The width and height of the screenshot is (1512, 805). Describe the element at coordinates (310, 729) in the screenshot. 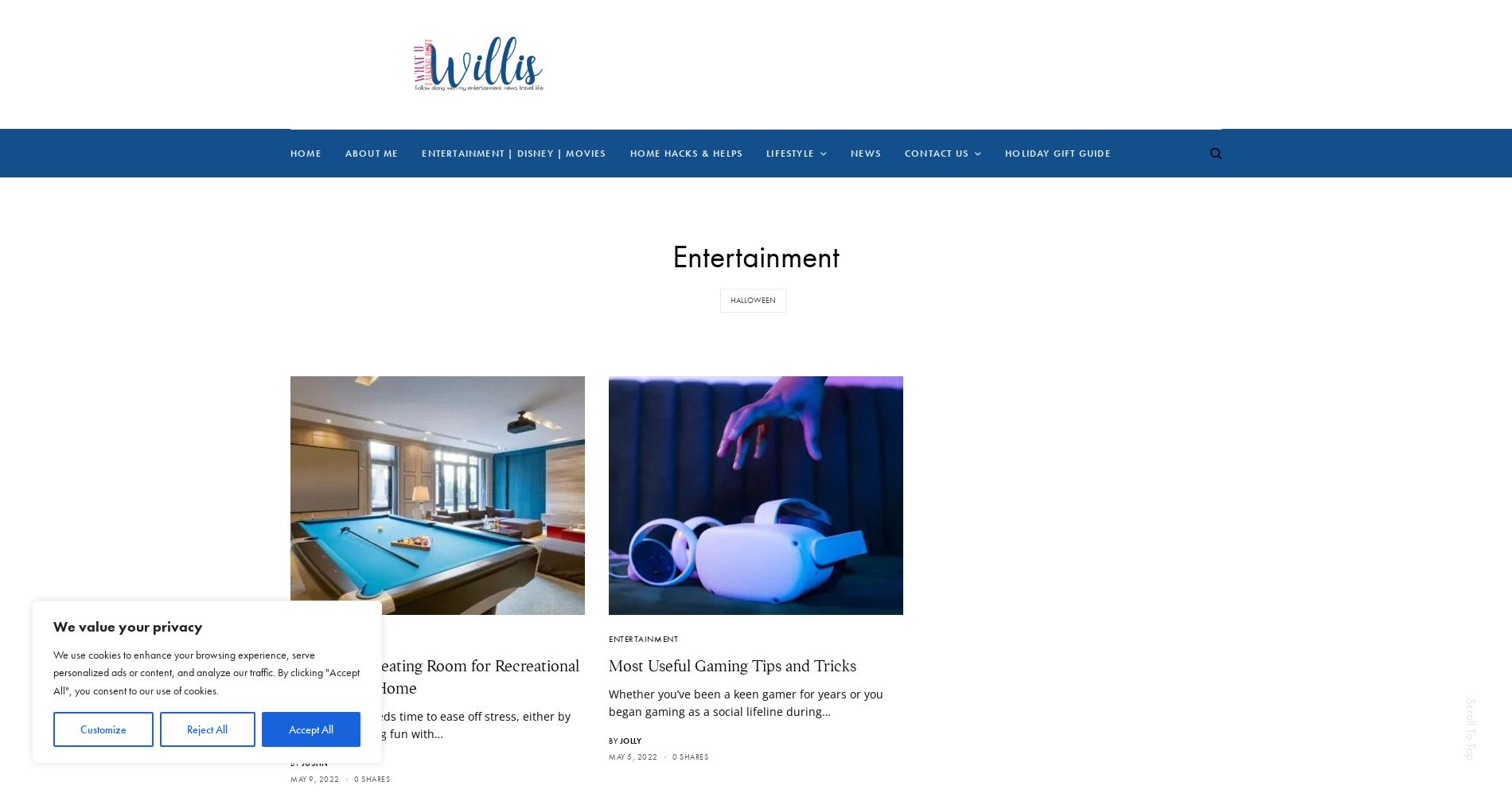

I see `'Accept All'` at that location.